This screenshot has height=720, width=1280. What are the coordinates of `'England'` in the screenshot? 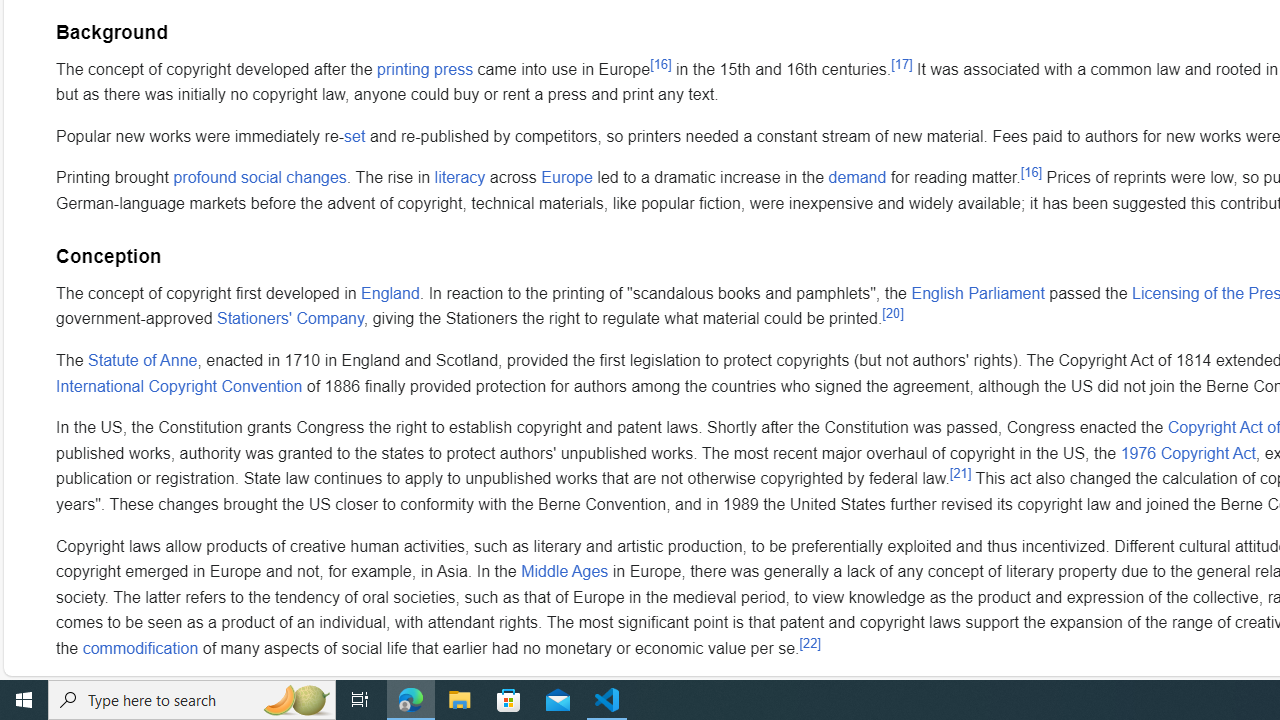 It's located at (390, 292).